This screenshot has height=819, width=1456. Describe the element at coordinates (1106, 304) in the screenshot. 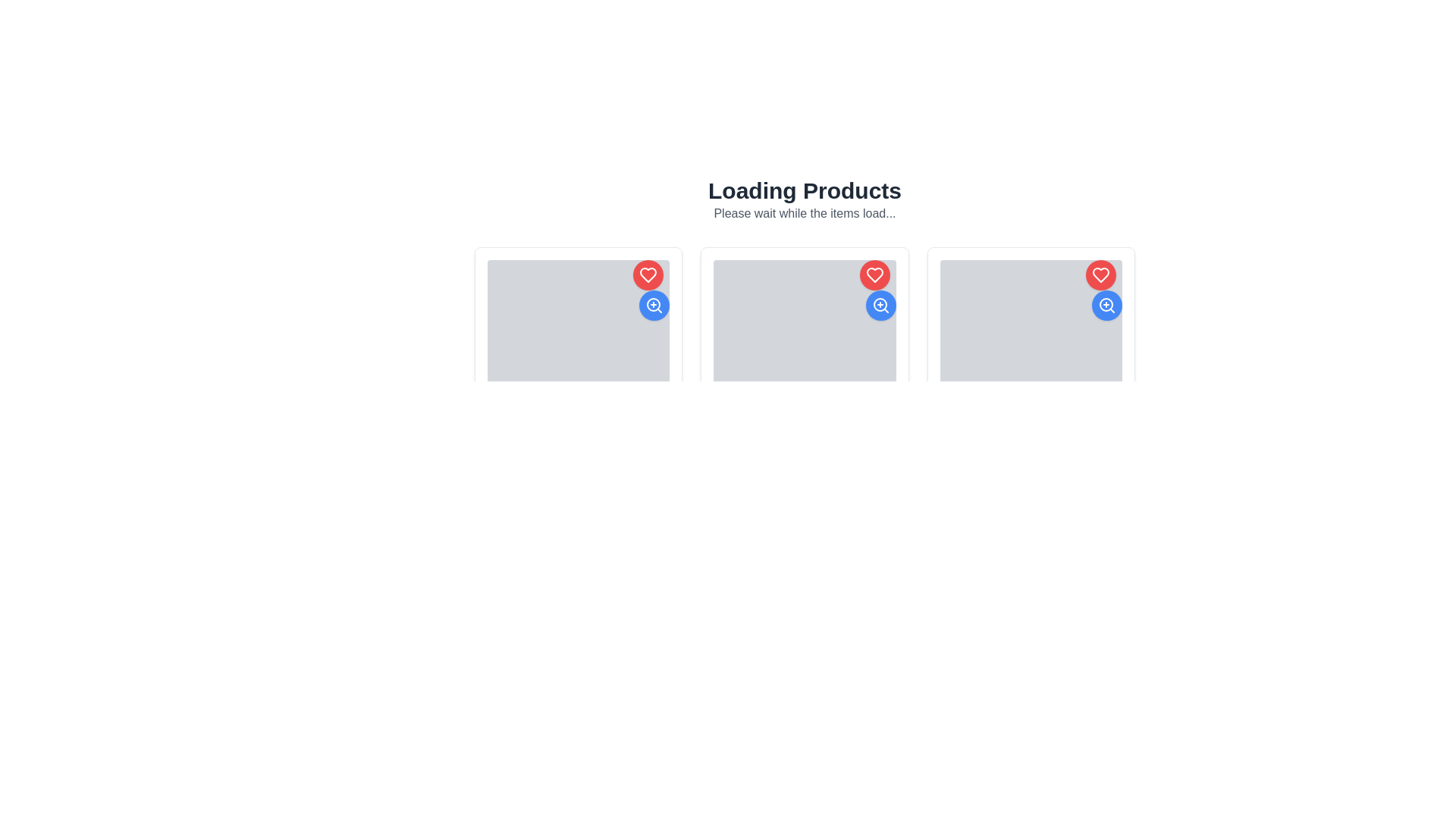

I see `the Circle element within the zoom-in icon that signifies the zoom-in feature, located at the center of the magnifying glass symbol` at that location.